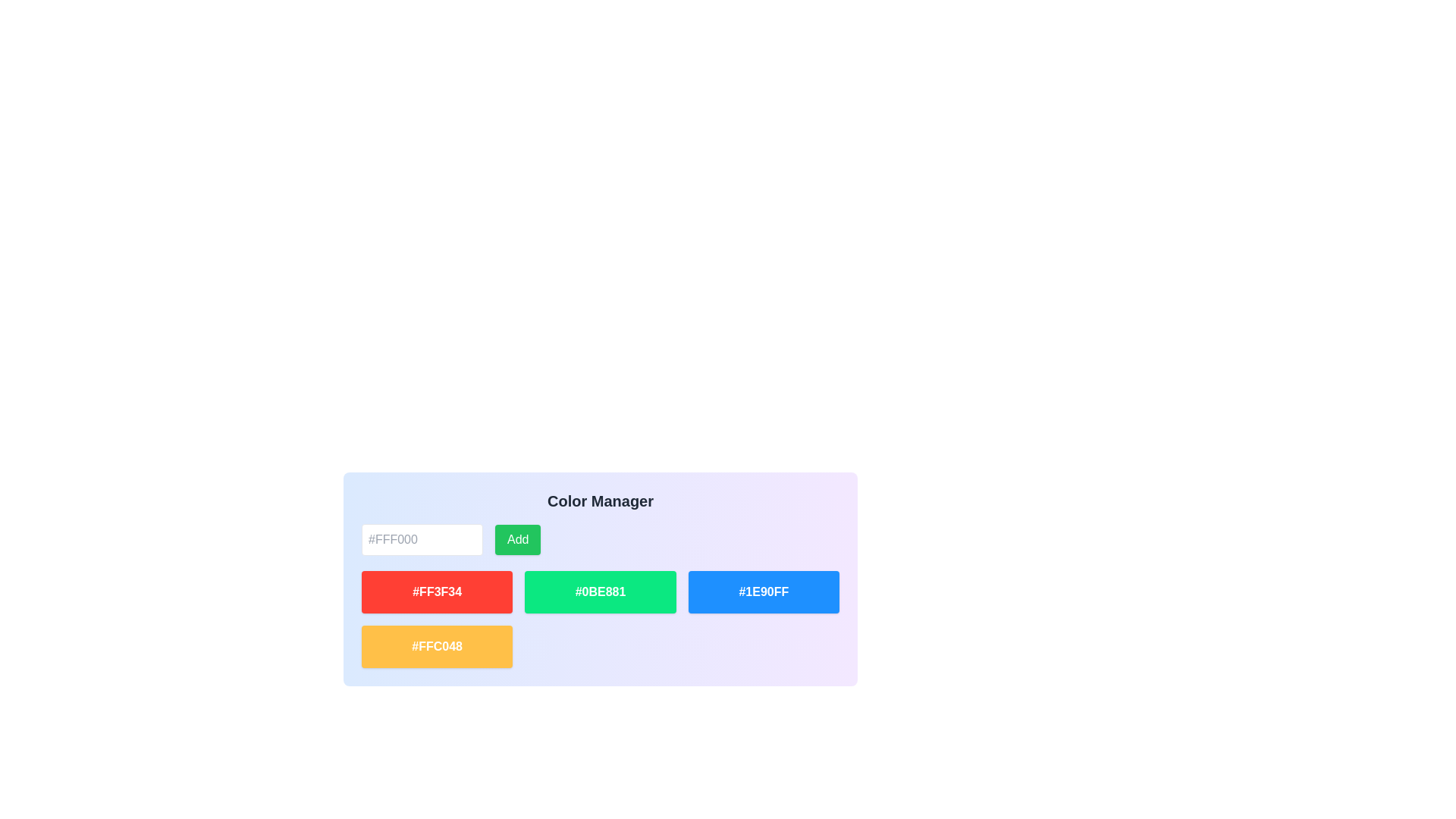 The width and height of the screenshot is (1456, 819). What do you see at coordinates (600, 591) in the screenshot?
I see `the bright green button labeled '#0BE881', which is the second button in the middle of the second row in a grid layout` at bounding box center [600, 591].